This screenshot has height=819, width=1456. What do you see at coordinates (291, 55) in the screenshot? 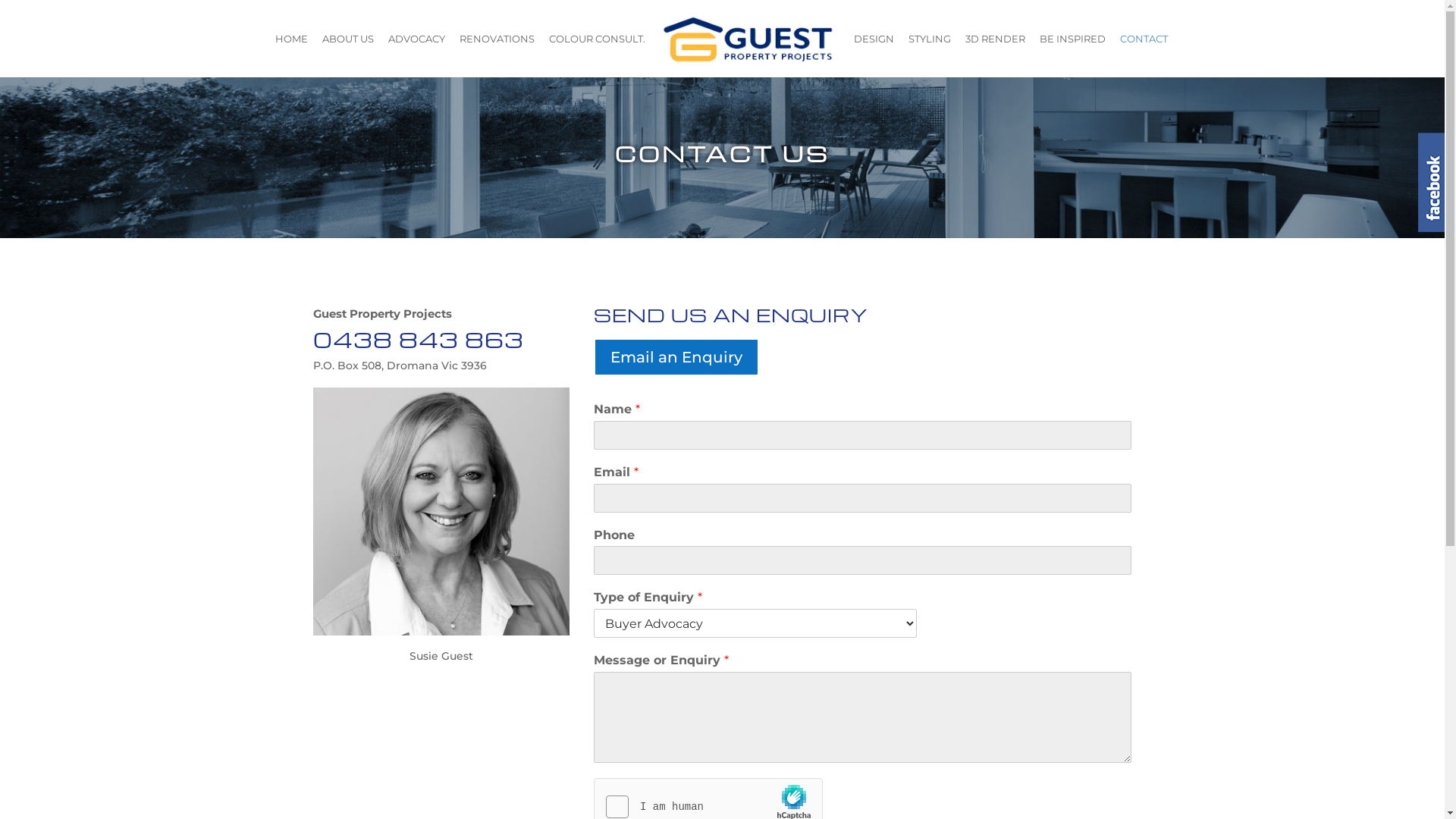
I see `'HOME'` at bounding box center [291, 55].